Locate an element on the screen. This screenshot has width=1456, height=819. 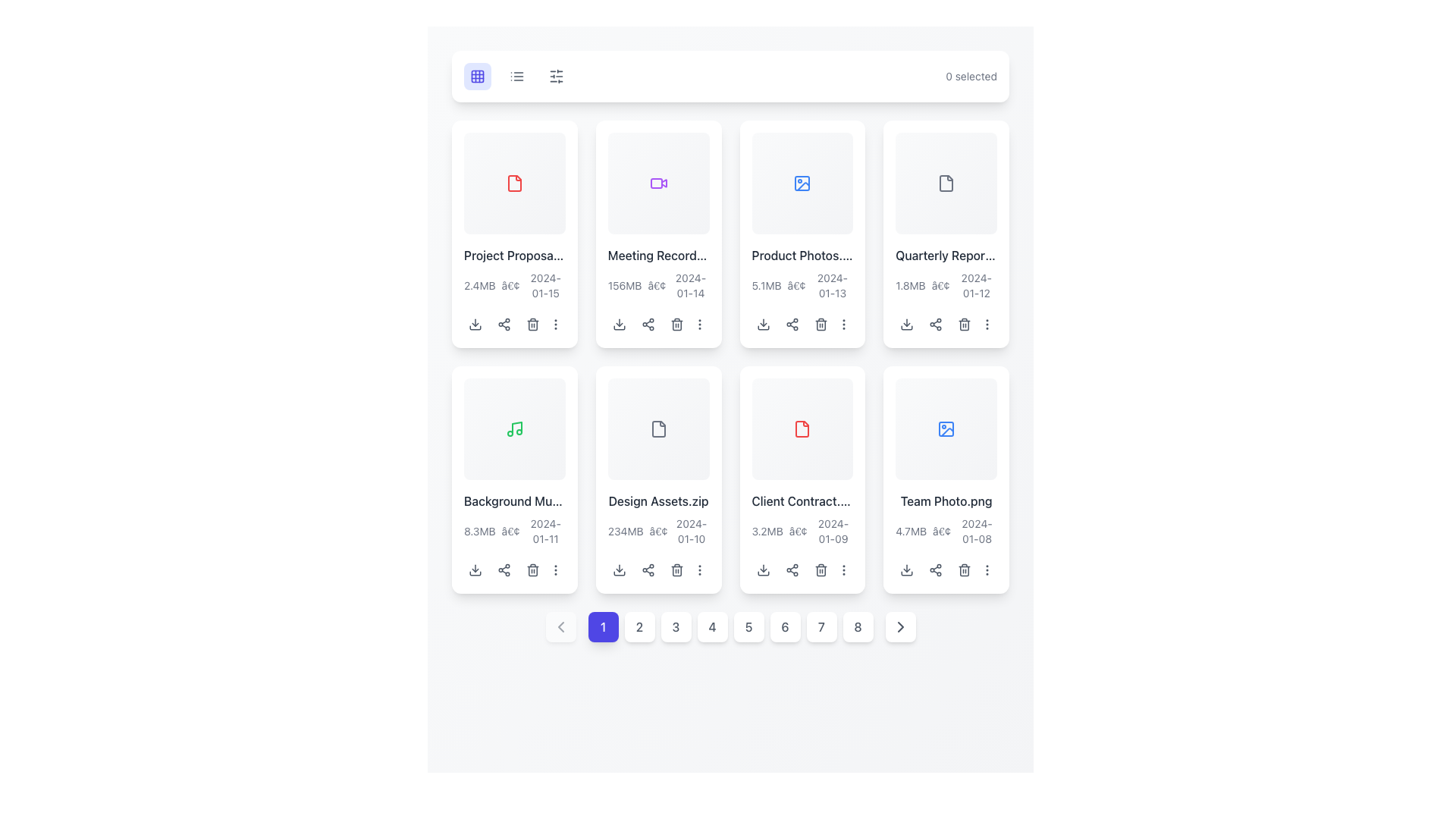
the file icon representing 'Project Proposal', which is the first item in the top row of file cards is located at coordinates (514, 182).